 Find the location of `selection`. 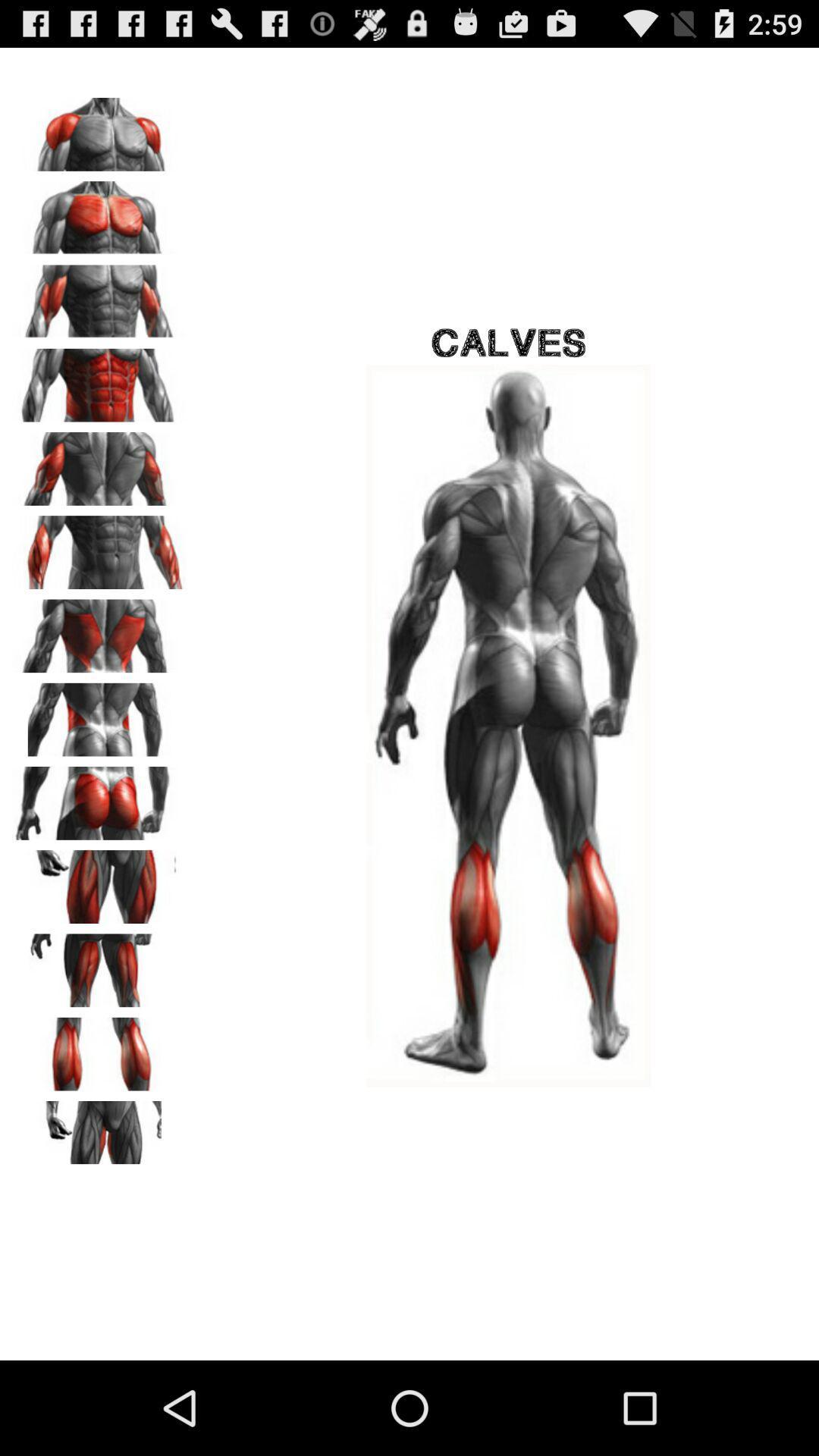

selection is located at coordinates (99, 1048).